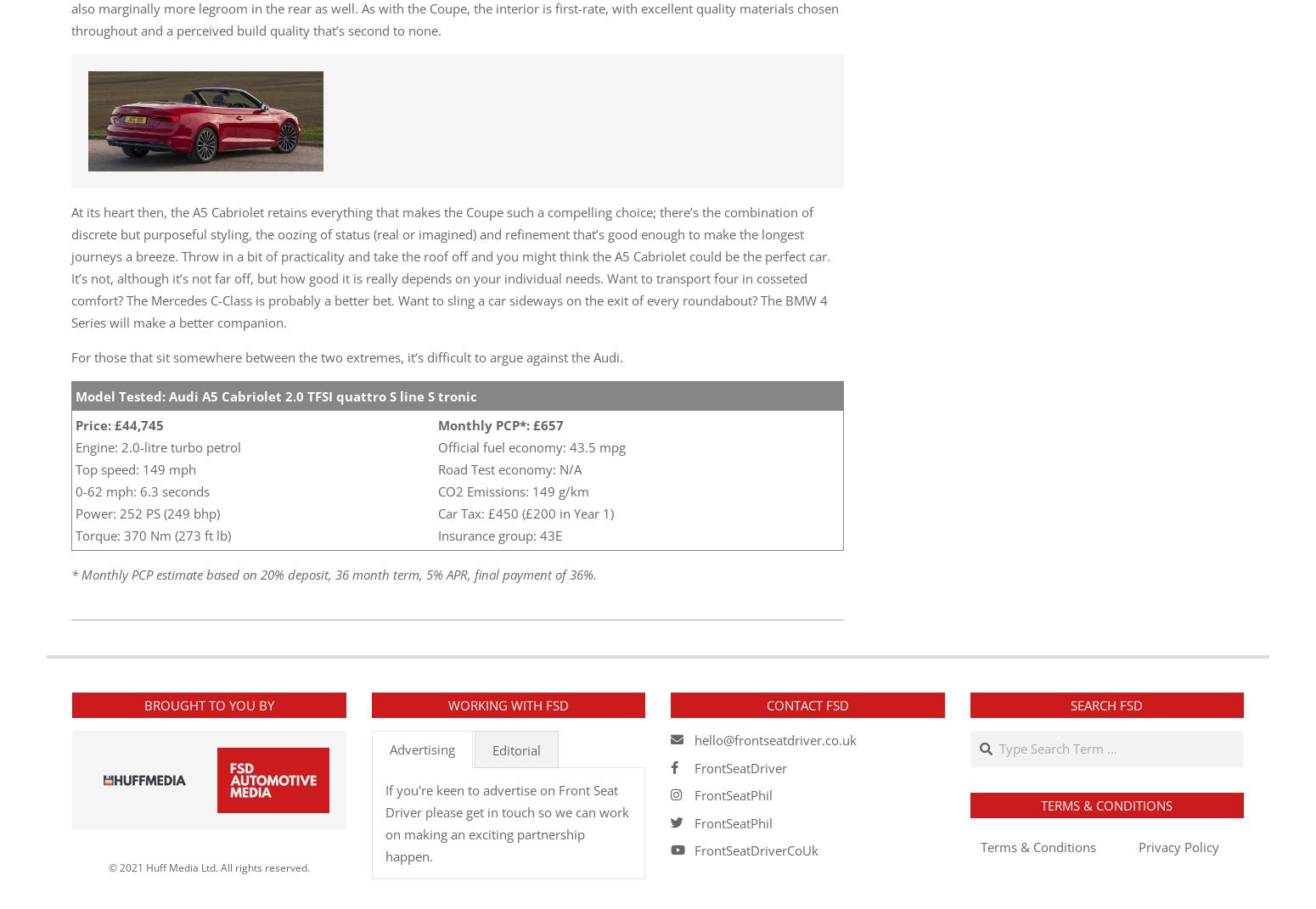 This screenshot has width=1316, height=909. What do you see at coordinates (775, 740) in the screenshot?
I see `'hello@frontseatdriver.co.uk'` at bounding box center [775, 740].